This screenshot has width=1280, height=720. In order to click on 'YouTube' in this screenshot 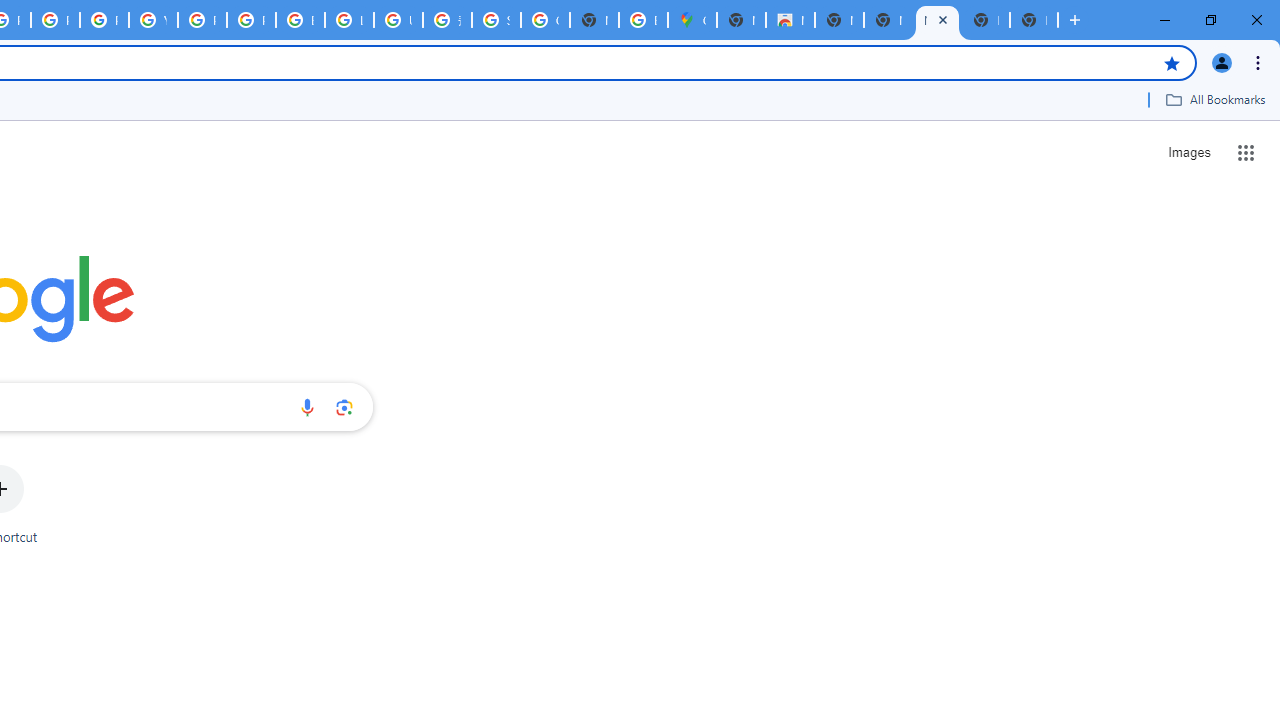, I will do `click(152, 20)`.